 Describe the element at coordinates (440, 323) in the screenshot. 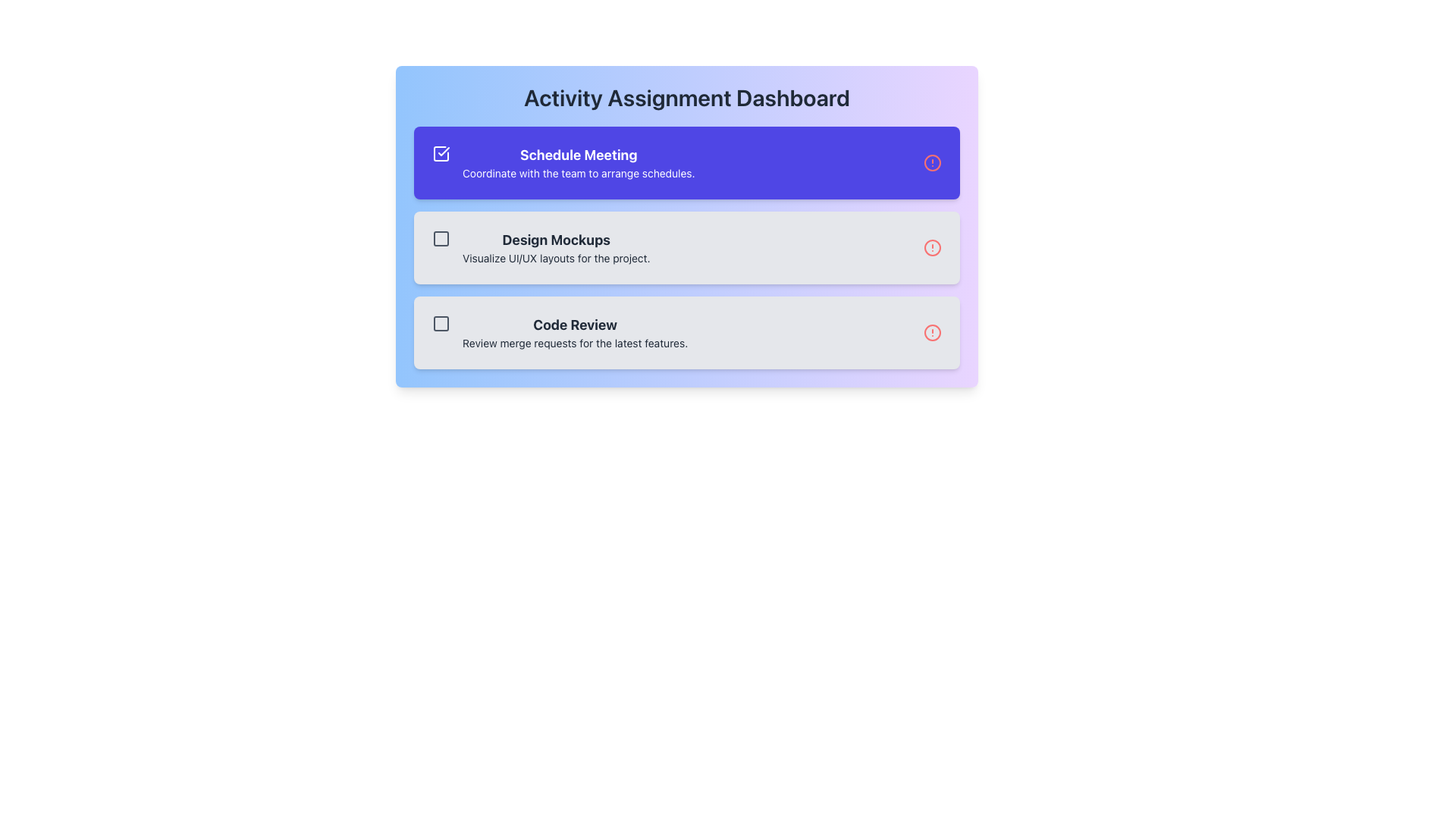

I see `the visual indicator icon located in the middle-left area of the third task item in the 'Code Review' block` at that location.